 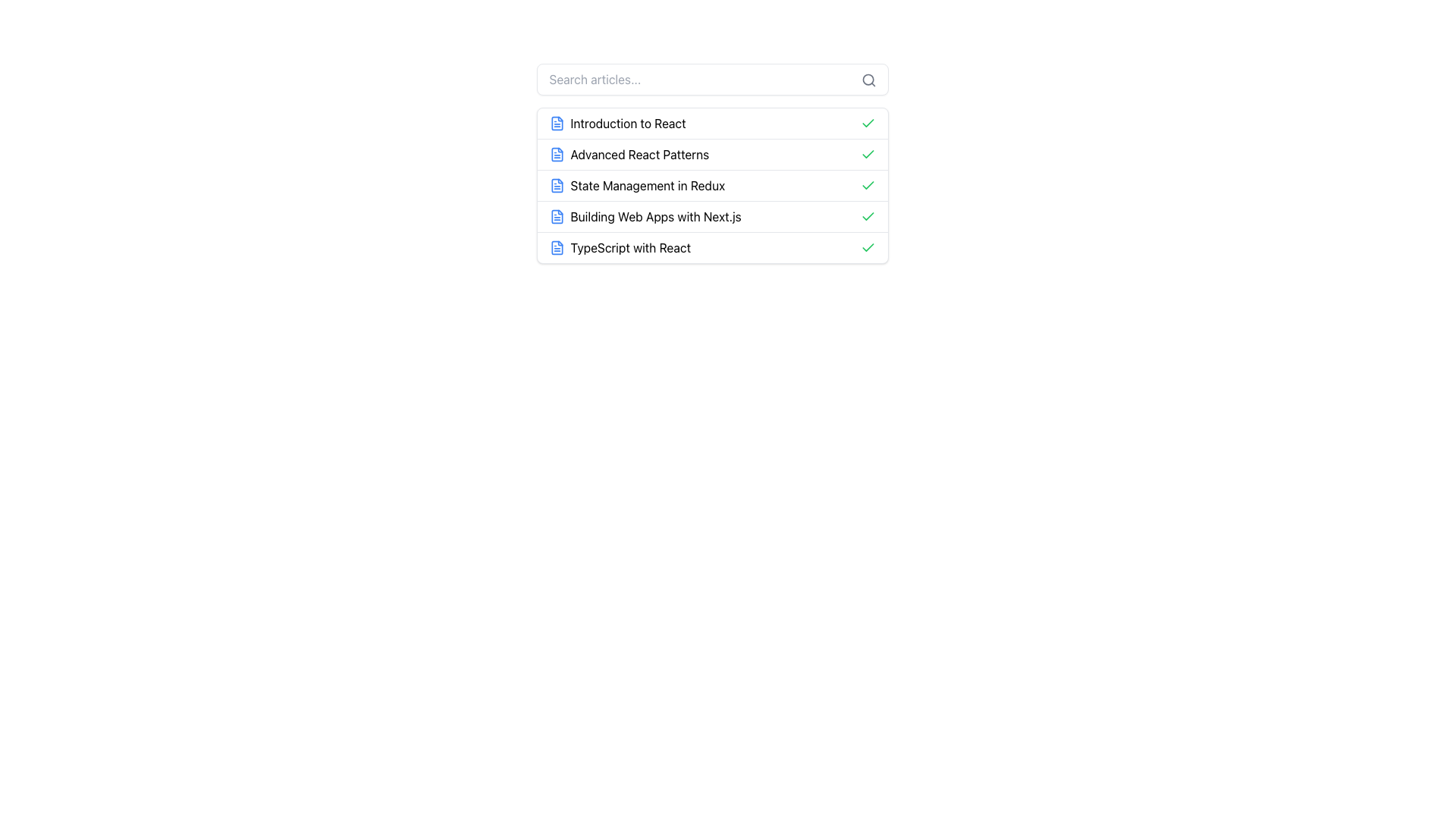 I want to click on the third list item in the vertical list that represents 'State Management in Redux', so click(x=637, y=185).